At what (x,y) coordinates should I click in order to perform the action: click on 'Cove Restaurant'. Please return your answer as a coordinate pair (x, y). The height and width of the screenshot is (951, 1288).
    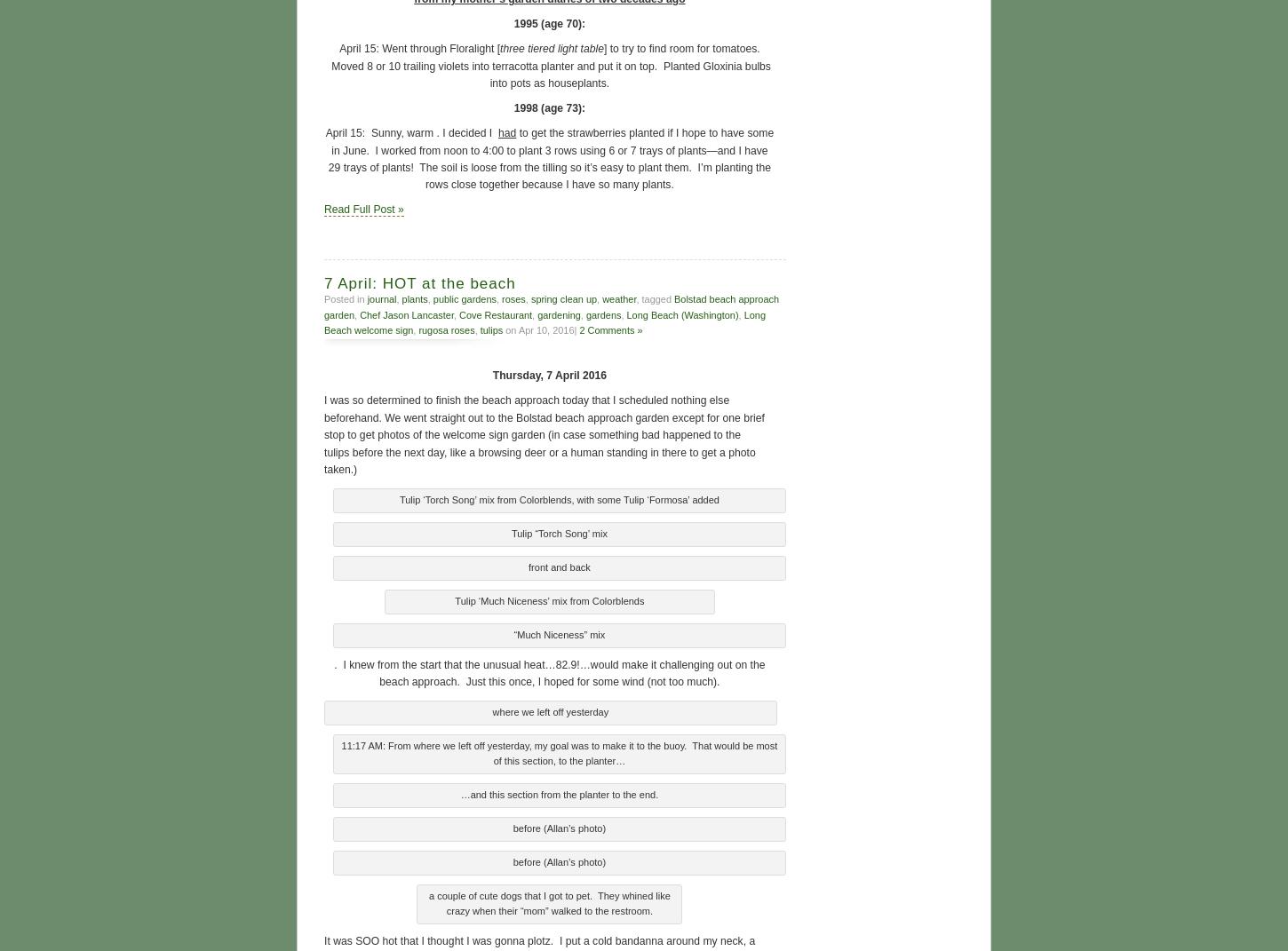
    Looking at the image, I should click on (459, 312).